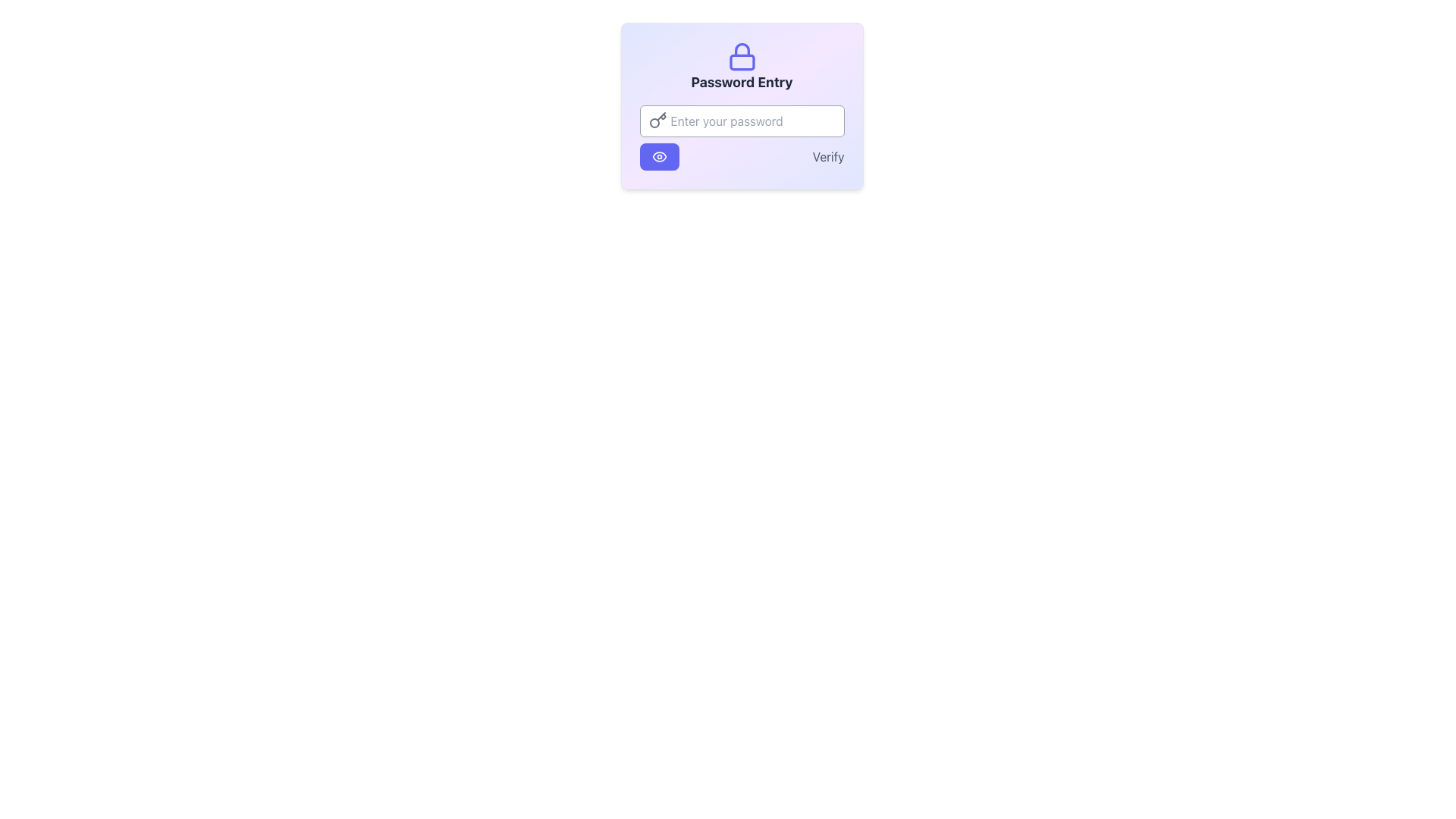  I want to click on the button with a white eye icon on a dark indigo background, so click(659, 157).